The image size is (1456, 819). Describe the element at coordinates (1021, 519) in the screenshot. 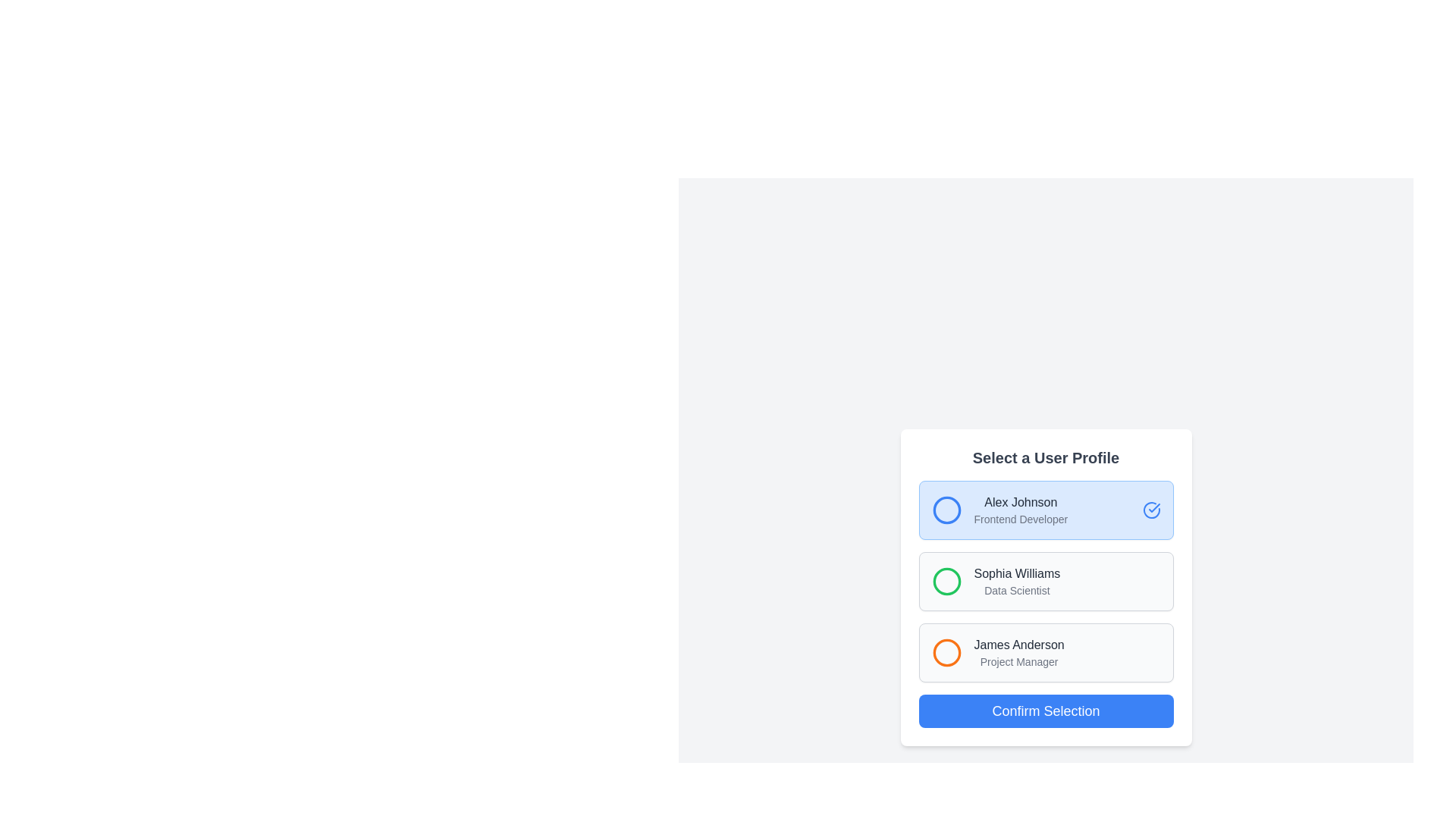

I see `the text label that reads 'Frontend Developer', which is styled in grey and located below the 'Alex Johnson' label within the user profile selection card` at that location.